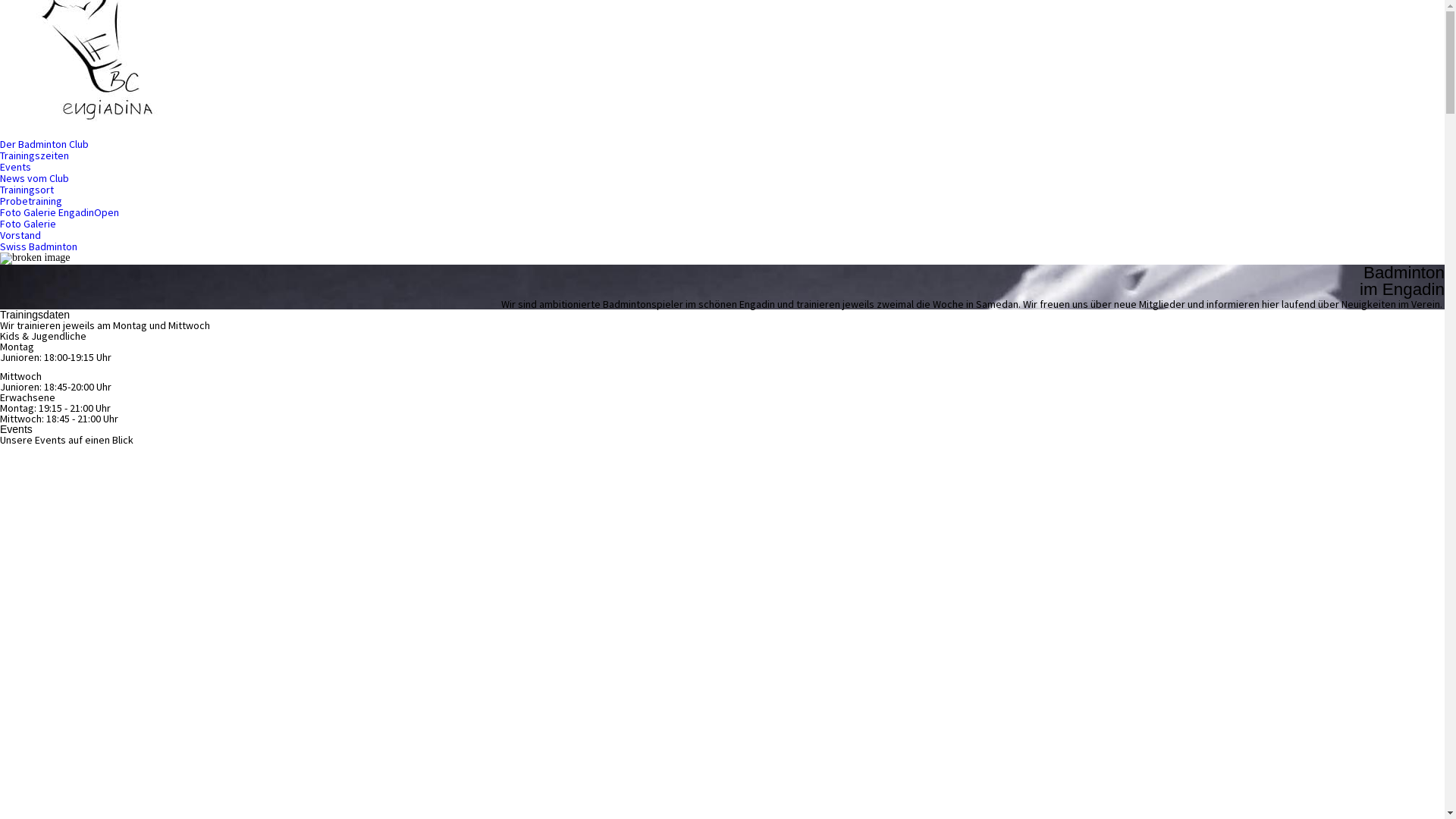 The width and height of the screenshot is (1456, 819). I want to click on 'Probetraining', so click(31, 200).